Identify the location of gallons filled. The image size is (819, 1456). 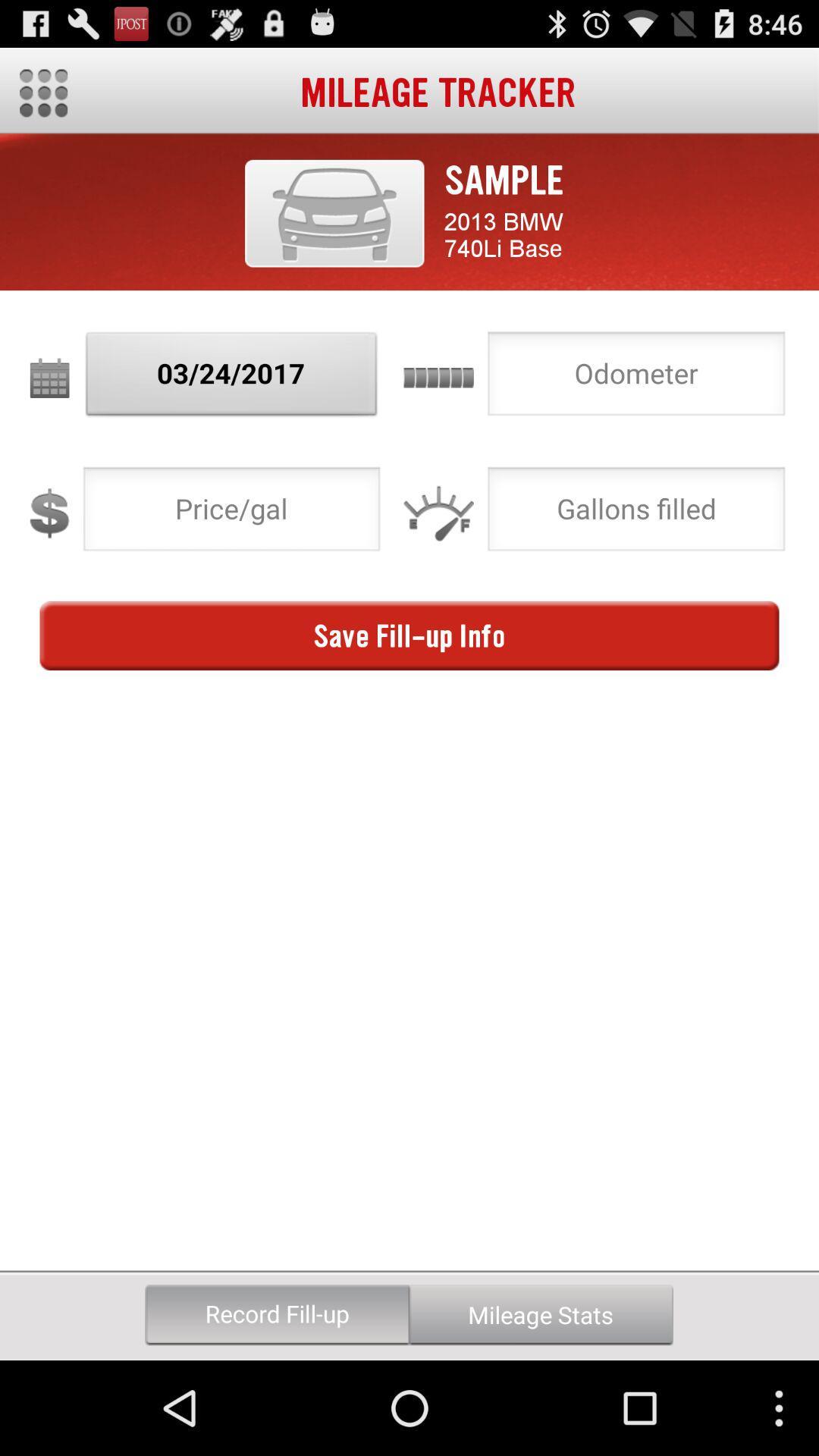
(636, 513).